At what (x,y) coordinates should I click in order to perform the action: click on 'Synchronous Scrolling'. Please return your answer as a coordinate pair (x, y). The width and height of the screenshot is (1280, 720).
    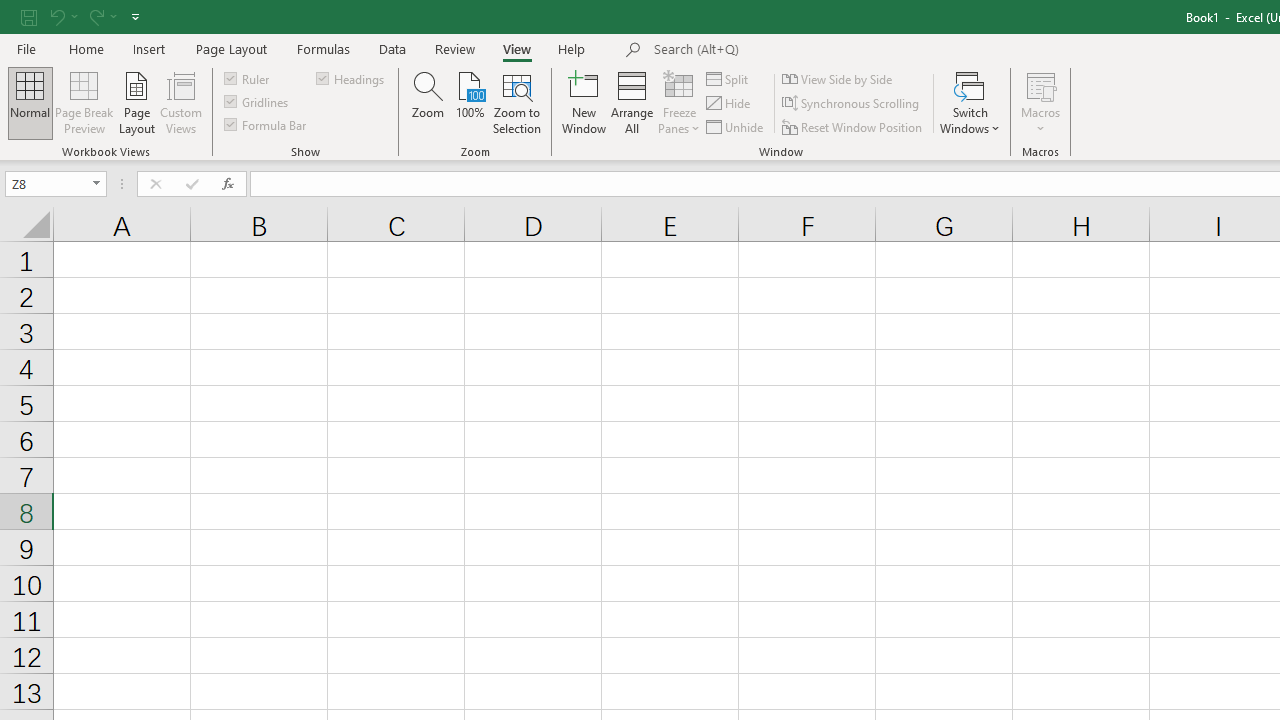
    Looking at the image, I should click on (852, 103).